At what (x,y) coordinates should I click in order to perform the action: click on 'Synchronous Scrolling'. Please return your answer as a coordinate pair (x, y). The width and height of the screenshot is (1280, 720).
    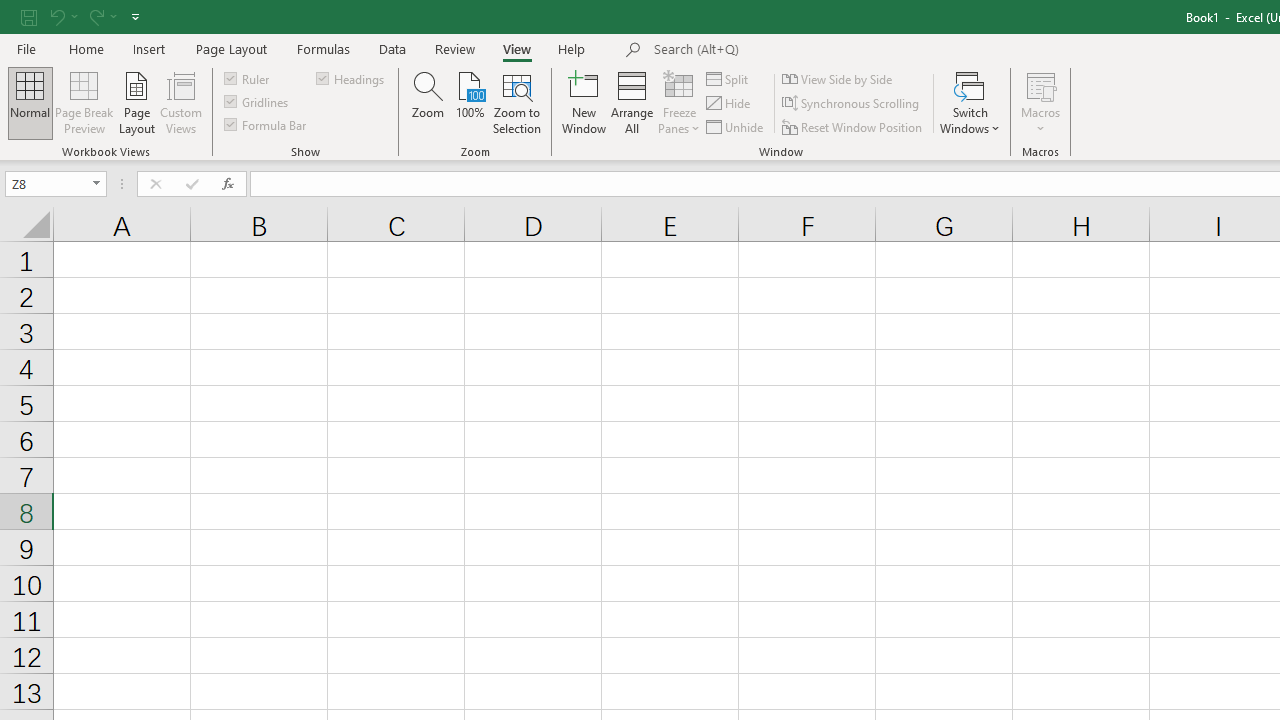
    Looking at the image, I should click on (852, 103).